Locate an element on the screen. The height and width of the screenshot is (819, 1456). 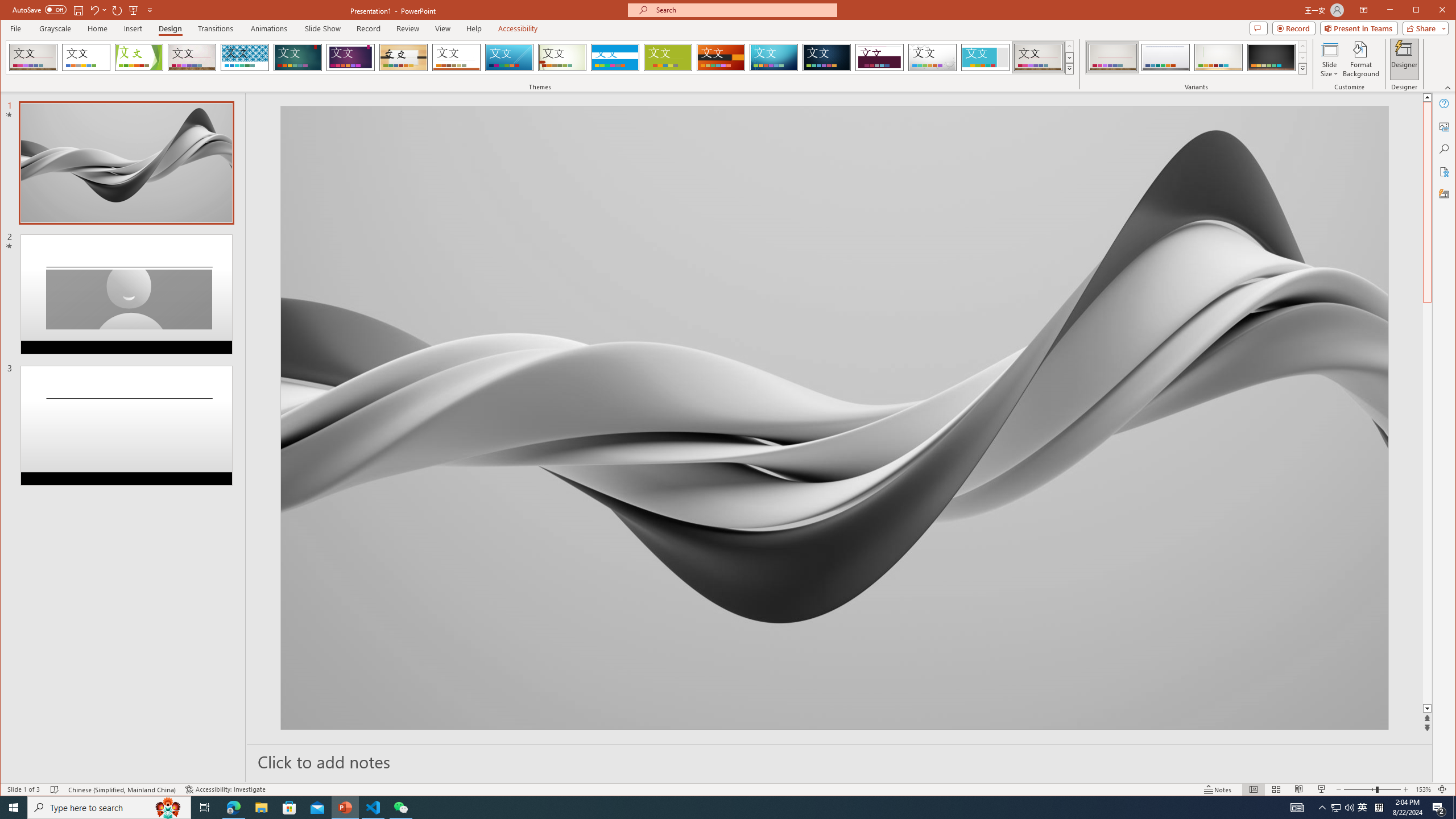
'WeChat - 1 running window' is located at coordinates (401, 806).